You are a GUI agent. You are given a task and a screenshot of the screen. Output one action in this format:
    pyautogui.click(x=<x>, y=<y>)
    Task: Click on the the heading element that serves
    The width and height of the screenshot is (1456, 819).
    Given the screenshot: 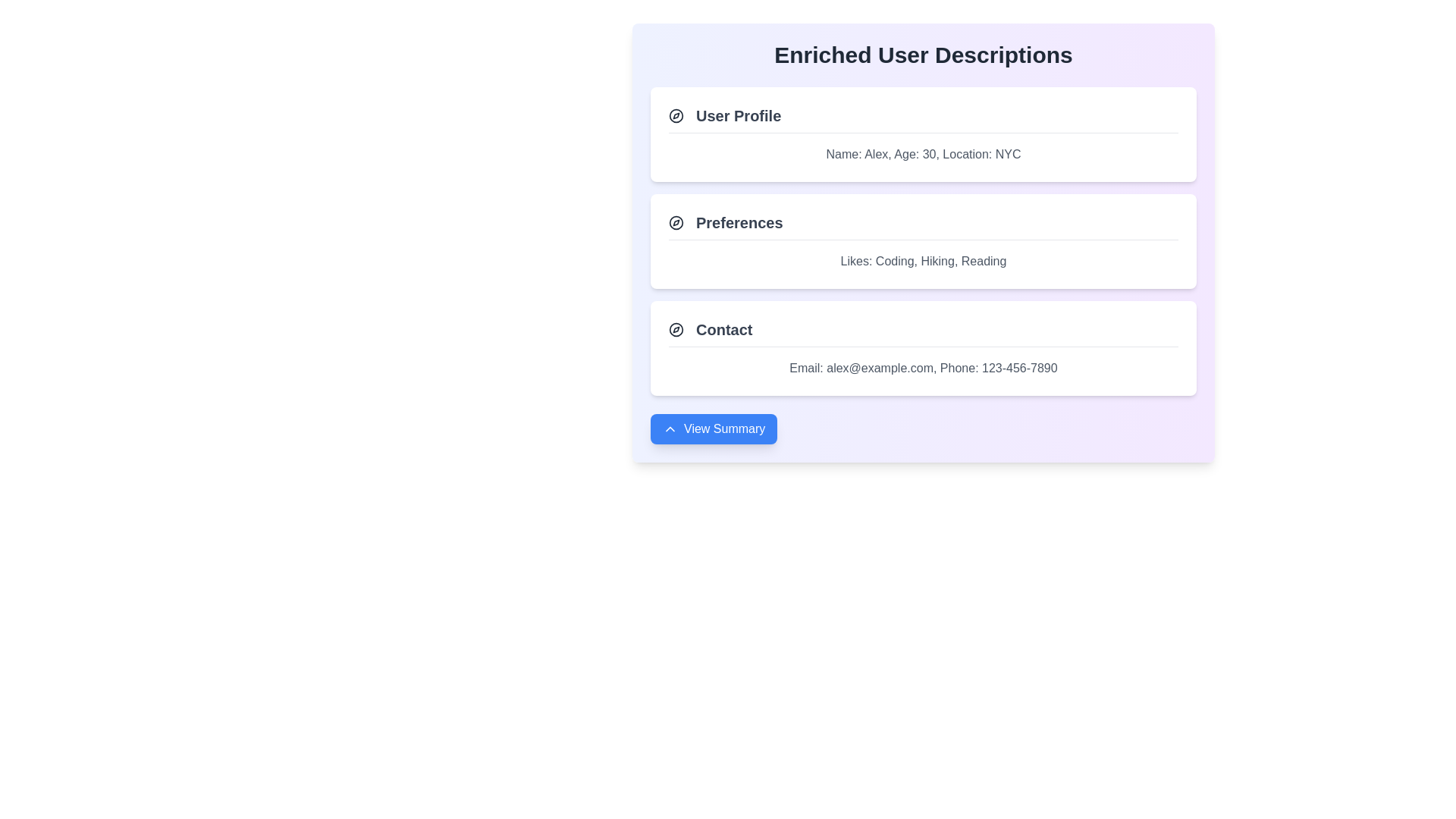 What is the action you would take?
    pyautogui.click(x=923, y=226)
    